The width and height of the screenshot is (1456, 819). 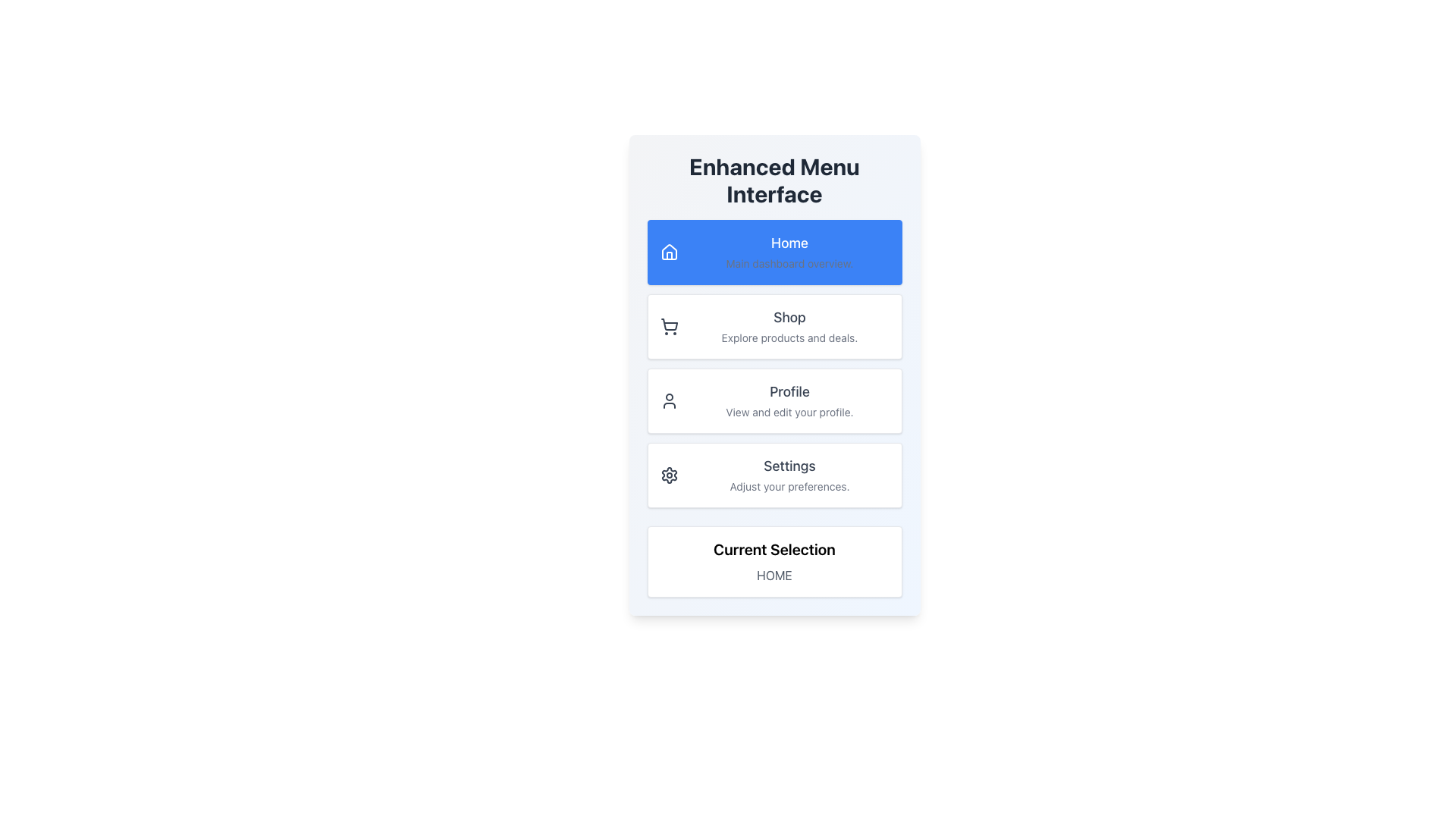 What do you see at coordinates (789, 475) in the screenshot?
I see `the clickable text label option in the menu interface, which is positioned below the 'Profile' option and serves to navigate to user preferences` at bounding box center [789, 475].